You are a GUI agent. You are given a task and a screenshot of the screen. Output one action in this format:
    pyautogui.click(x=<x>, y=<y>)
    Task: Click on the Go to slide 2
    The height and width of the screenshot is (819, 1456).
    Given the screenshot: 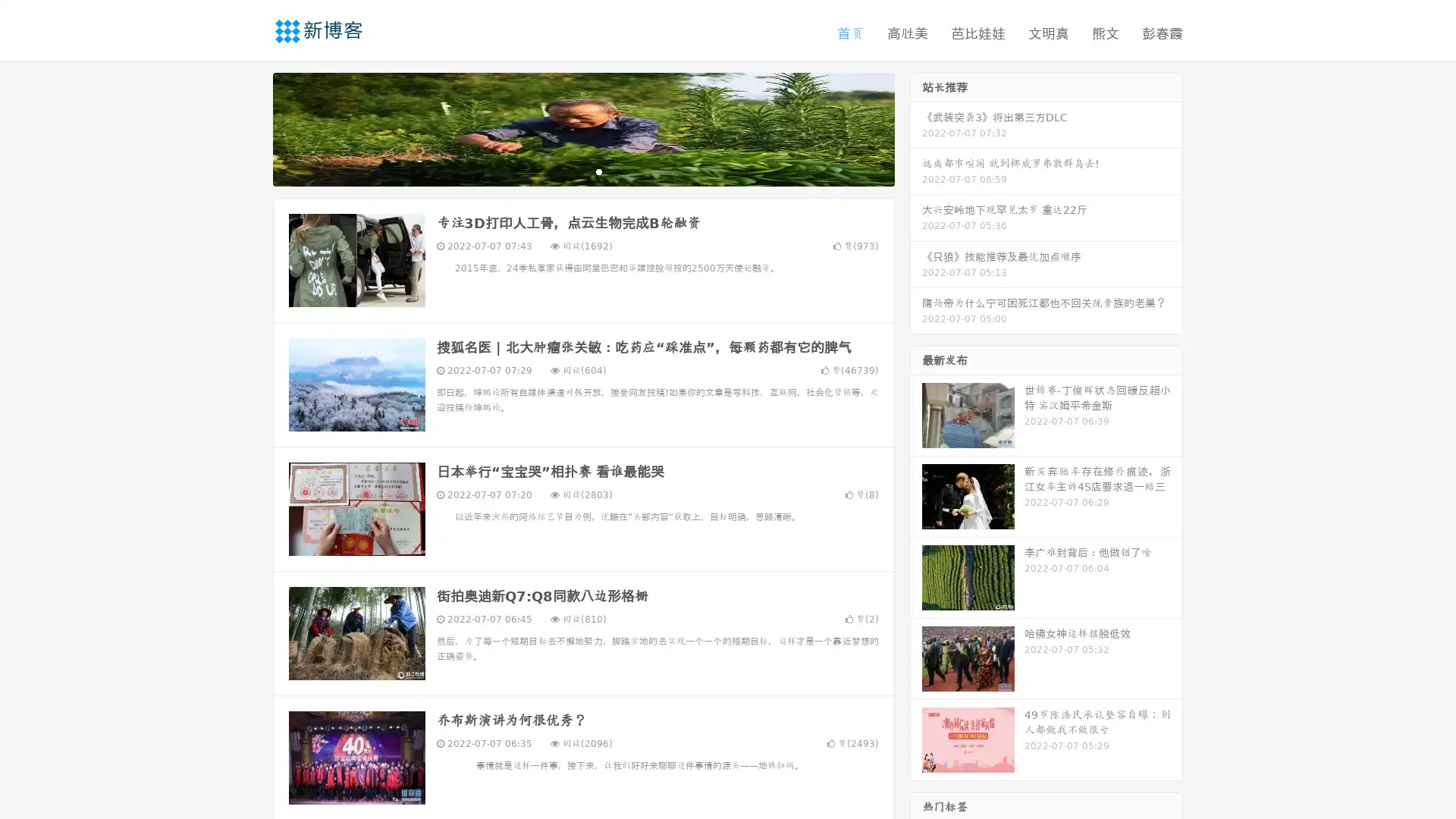 What is the action you would take?
    pyautogui.click(x=582, y=171)
    